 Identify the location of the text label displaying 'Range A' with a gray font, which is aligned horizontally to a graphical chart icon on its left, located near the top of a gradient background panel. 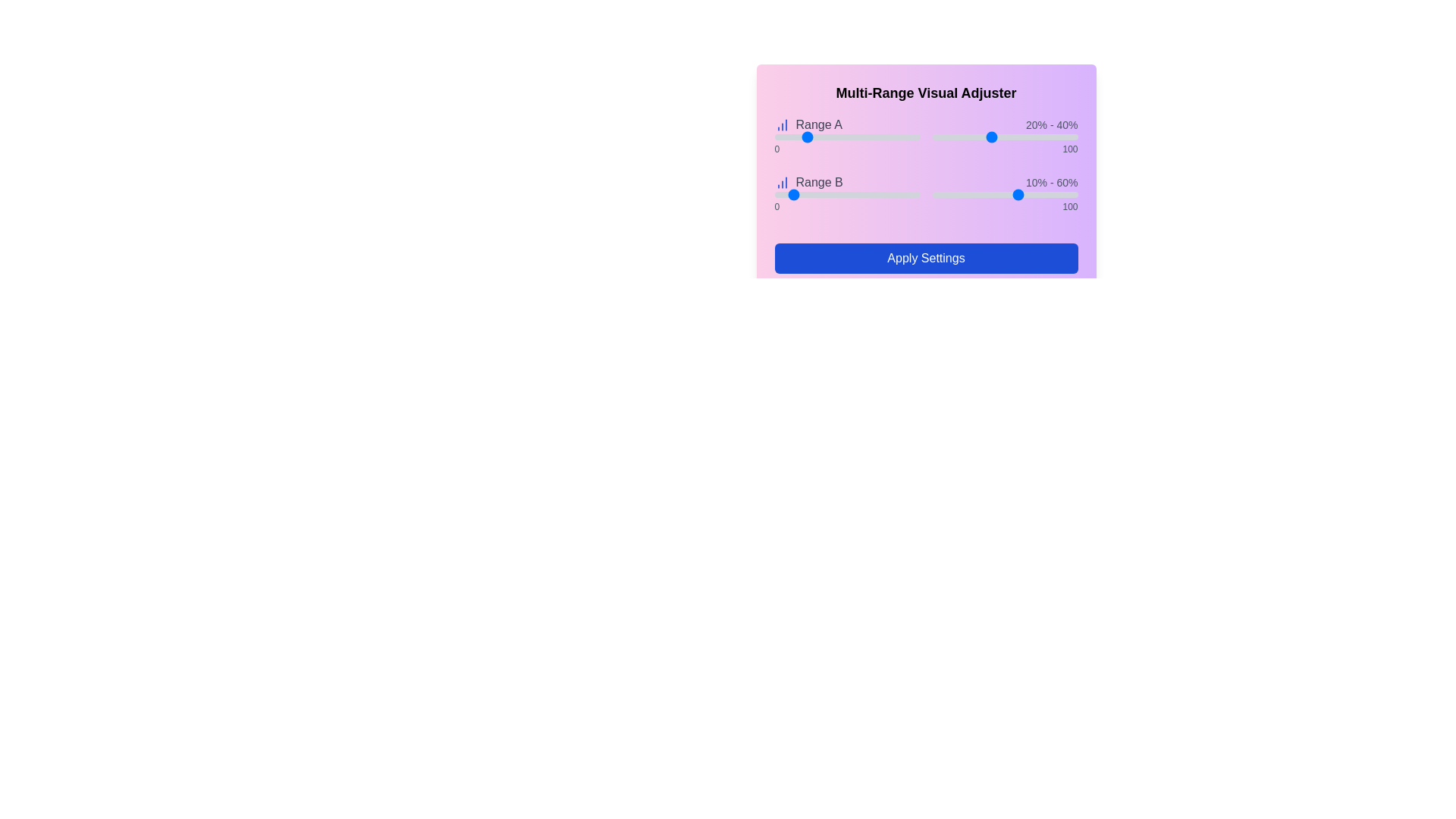
(818, 124).